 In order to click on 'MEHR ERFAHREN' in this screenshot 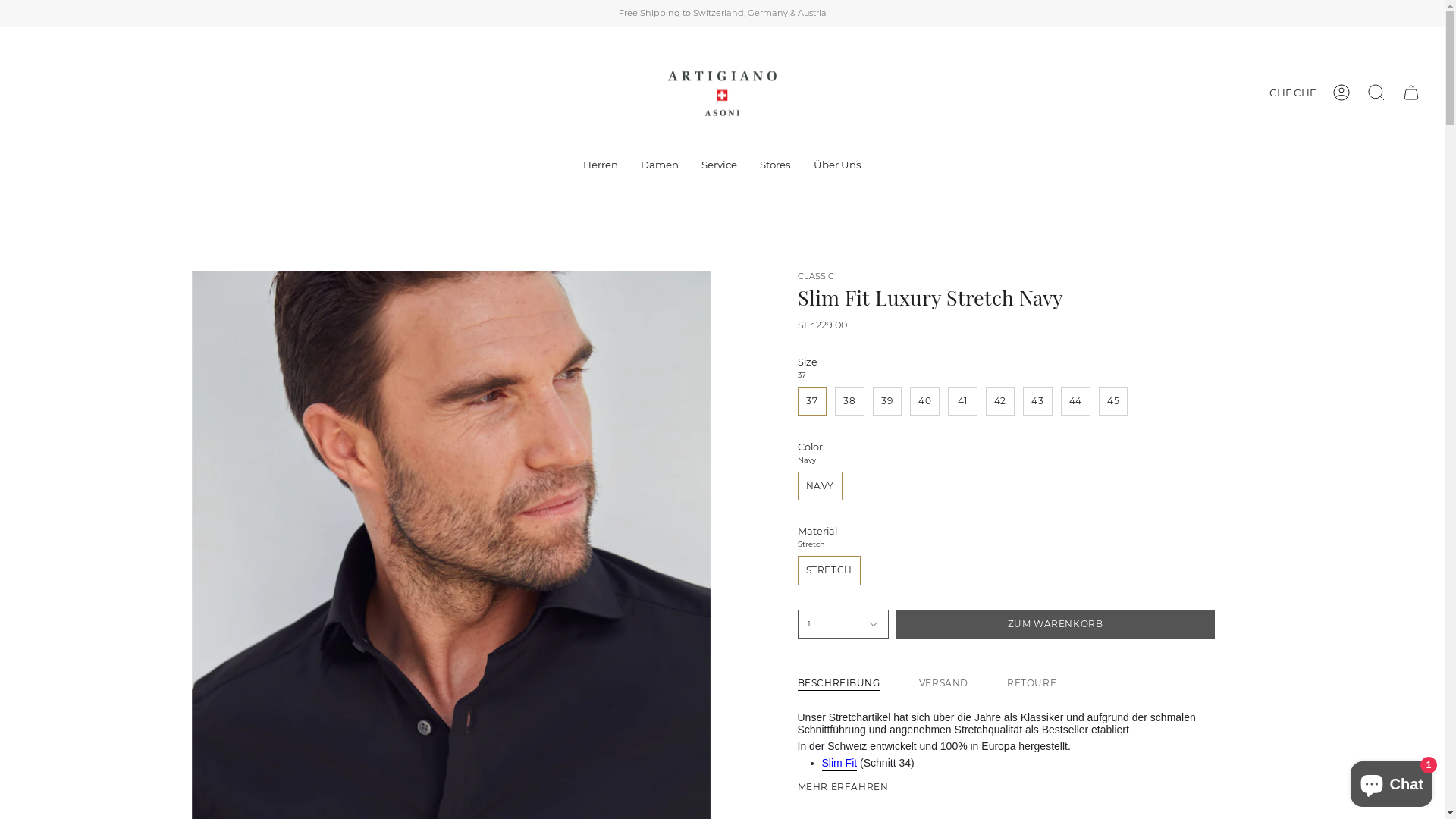, I will do `click(843, 786)`.